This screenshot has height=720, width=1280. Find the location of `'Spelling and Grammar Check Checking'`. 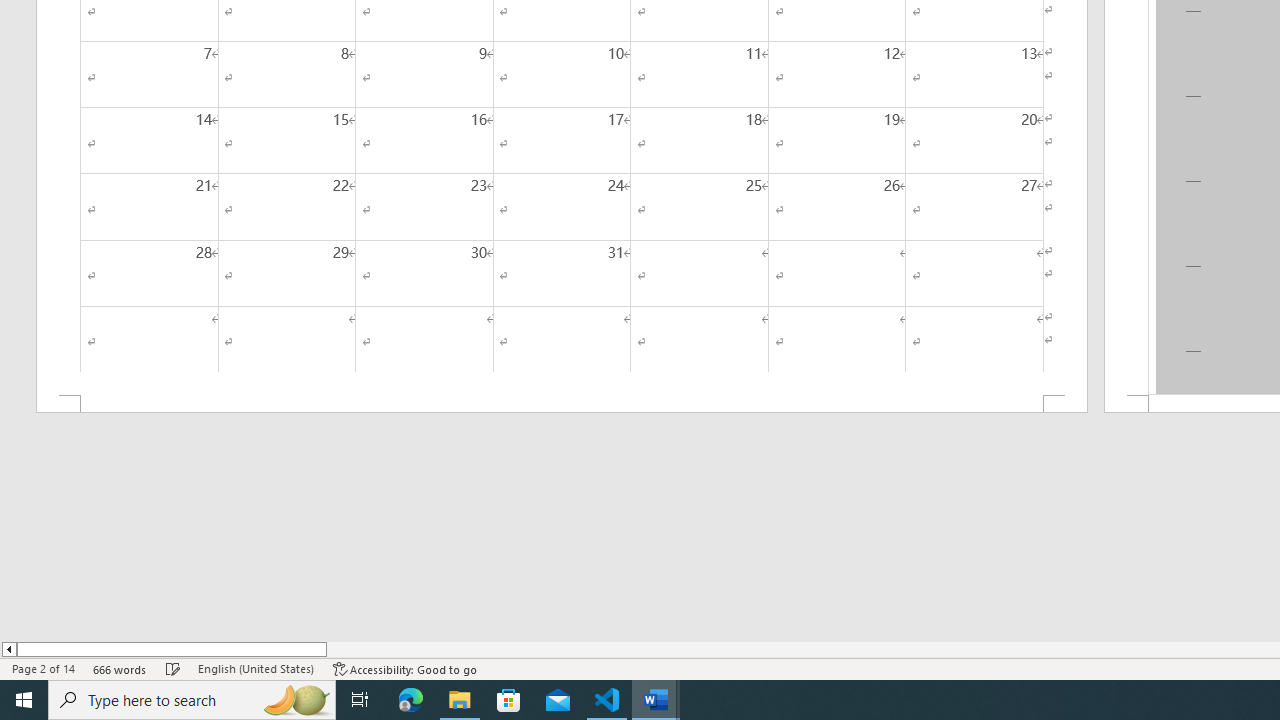

'Spelling and Grammar Check Checking' is located at coordinates (173, 669).